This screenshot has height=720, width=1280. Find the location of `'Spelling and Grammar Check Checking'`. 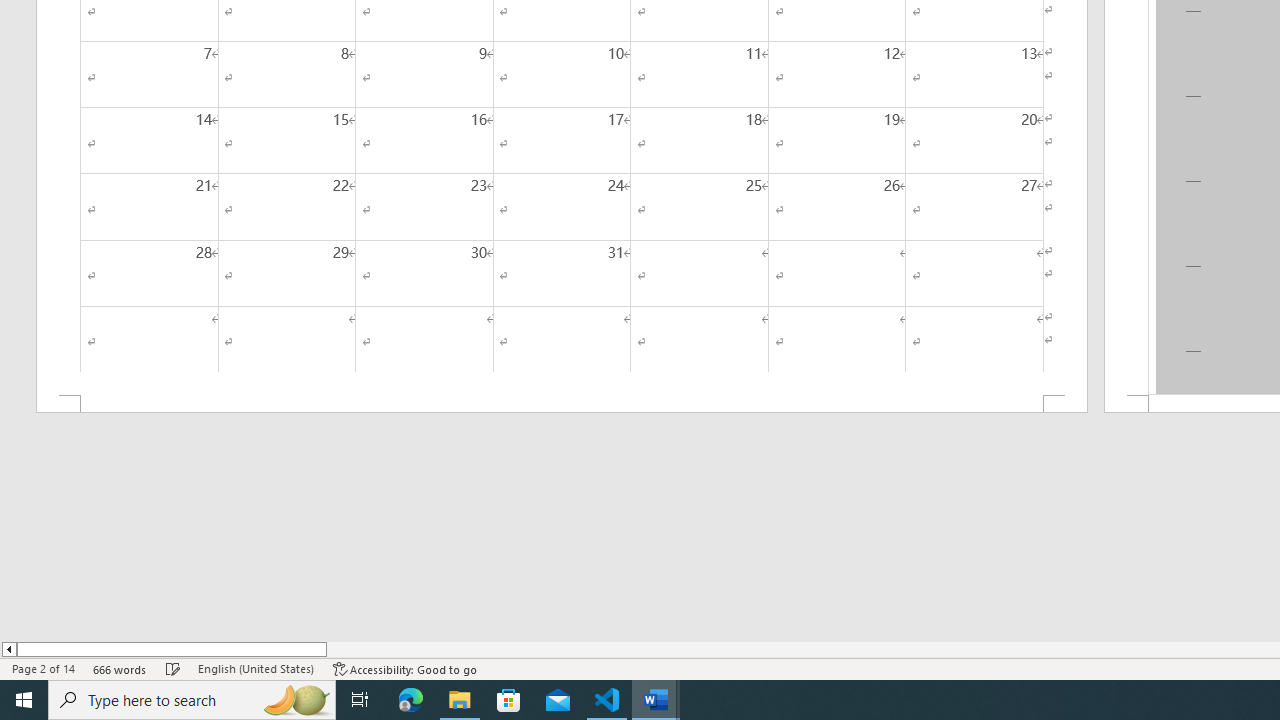

'Spelling and Grammar Check Checking' is located at coordinates (173, 669).